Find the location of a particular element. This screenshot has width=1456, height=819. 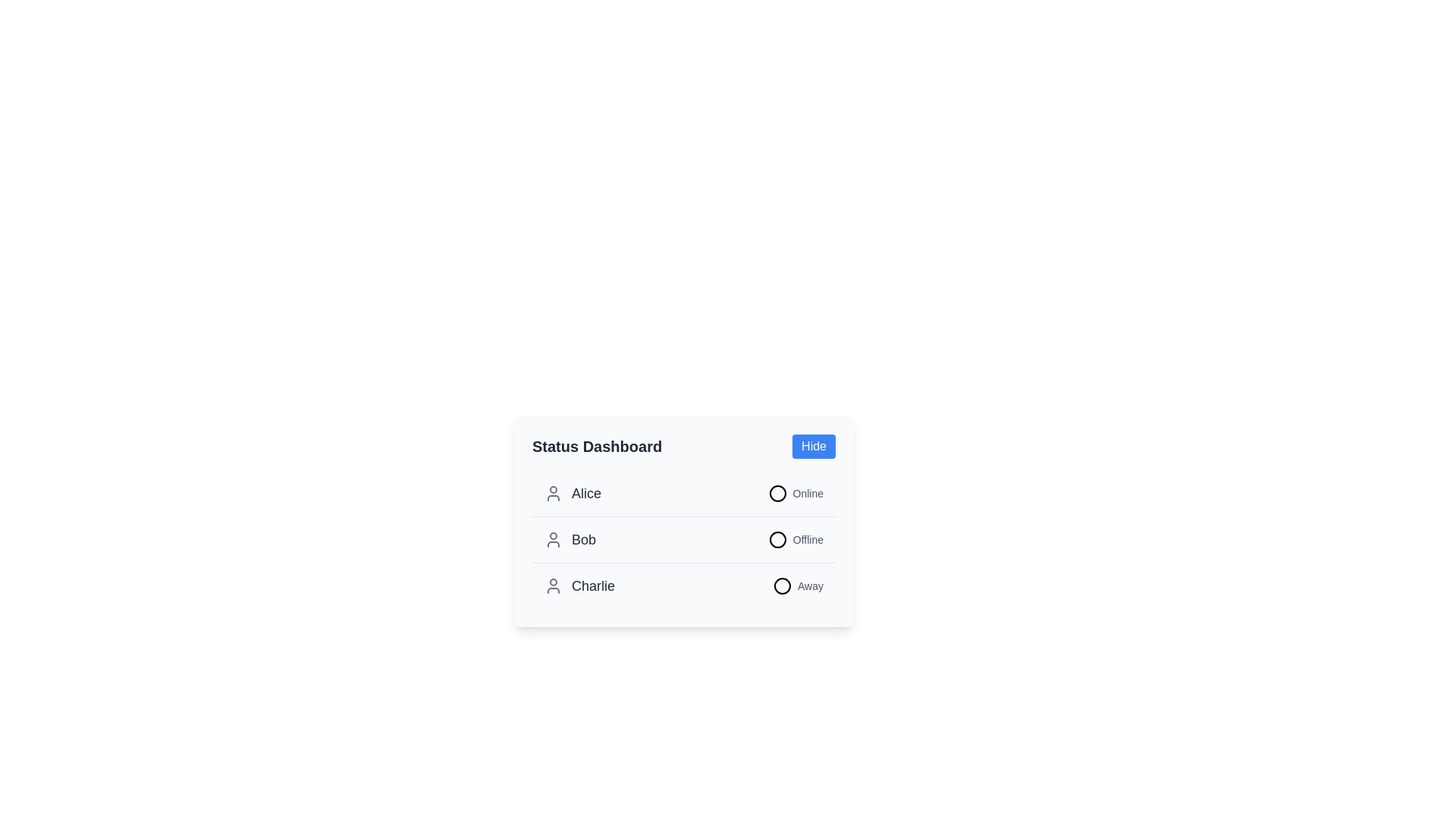

the second user entry in the status dashboard is located at coordinates (683, 538).